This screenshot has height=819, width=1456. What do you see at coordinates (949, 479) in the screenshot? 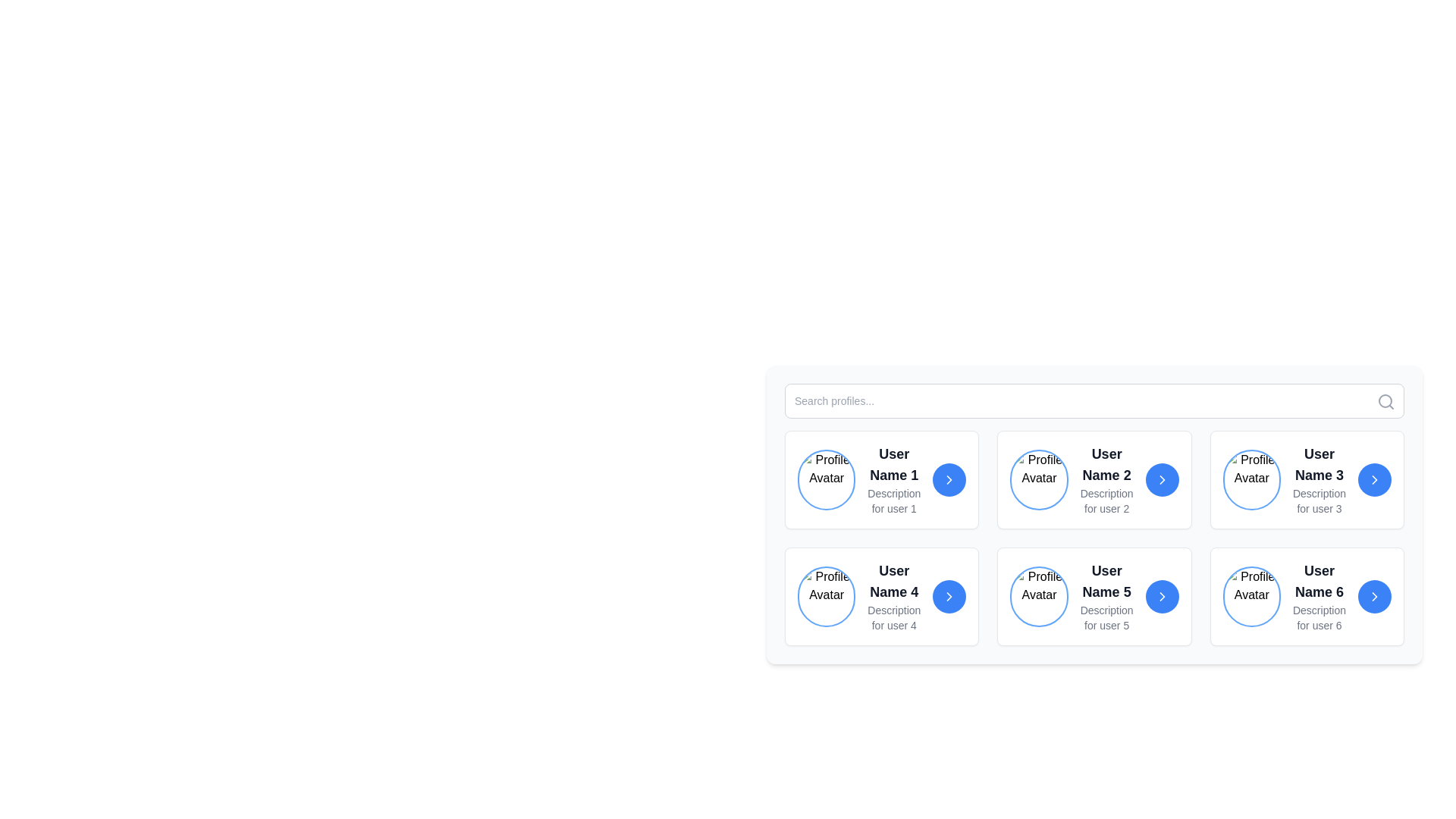
I see `the chevron icon located to the right of the text content in the user profile card for 'User Name 1'` at bounding box center [949, 479].